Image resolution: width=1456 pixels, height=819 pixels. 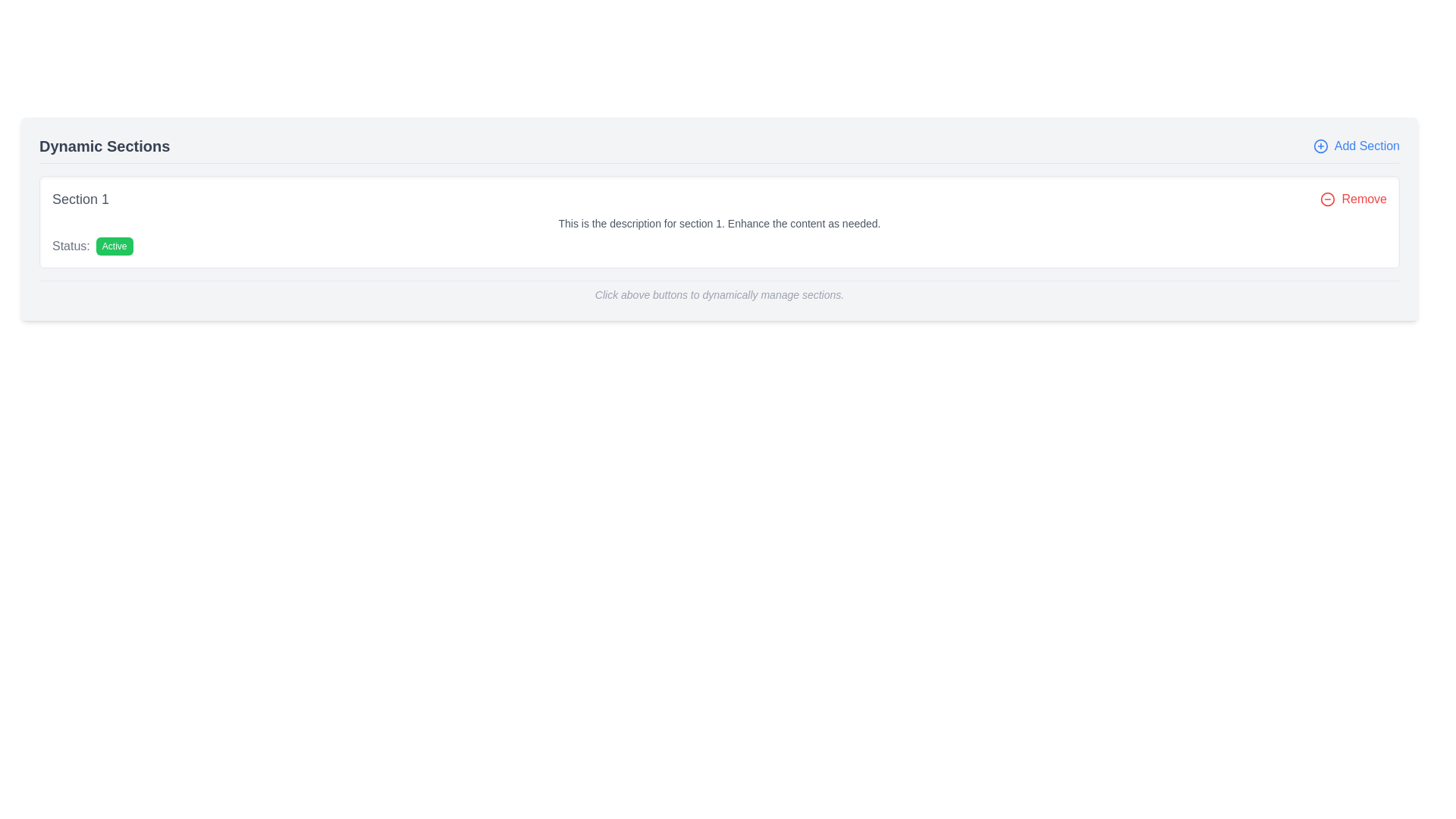 I want to click on the 'Dynamic Sections' Text Label (Header) element, which displays the text in bold, large font at the top-left area of the layout, so click(x=104, y=146).